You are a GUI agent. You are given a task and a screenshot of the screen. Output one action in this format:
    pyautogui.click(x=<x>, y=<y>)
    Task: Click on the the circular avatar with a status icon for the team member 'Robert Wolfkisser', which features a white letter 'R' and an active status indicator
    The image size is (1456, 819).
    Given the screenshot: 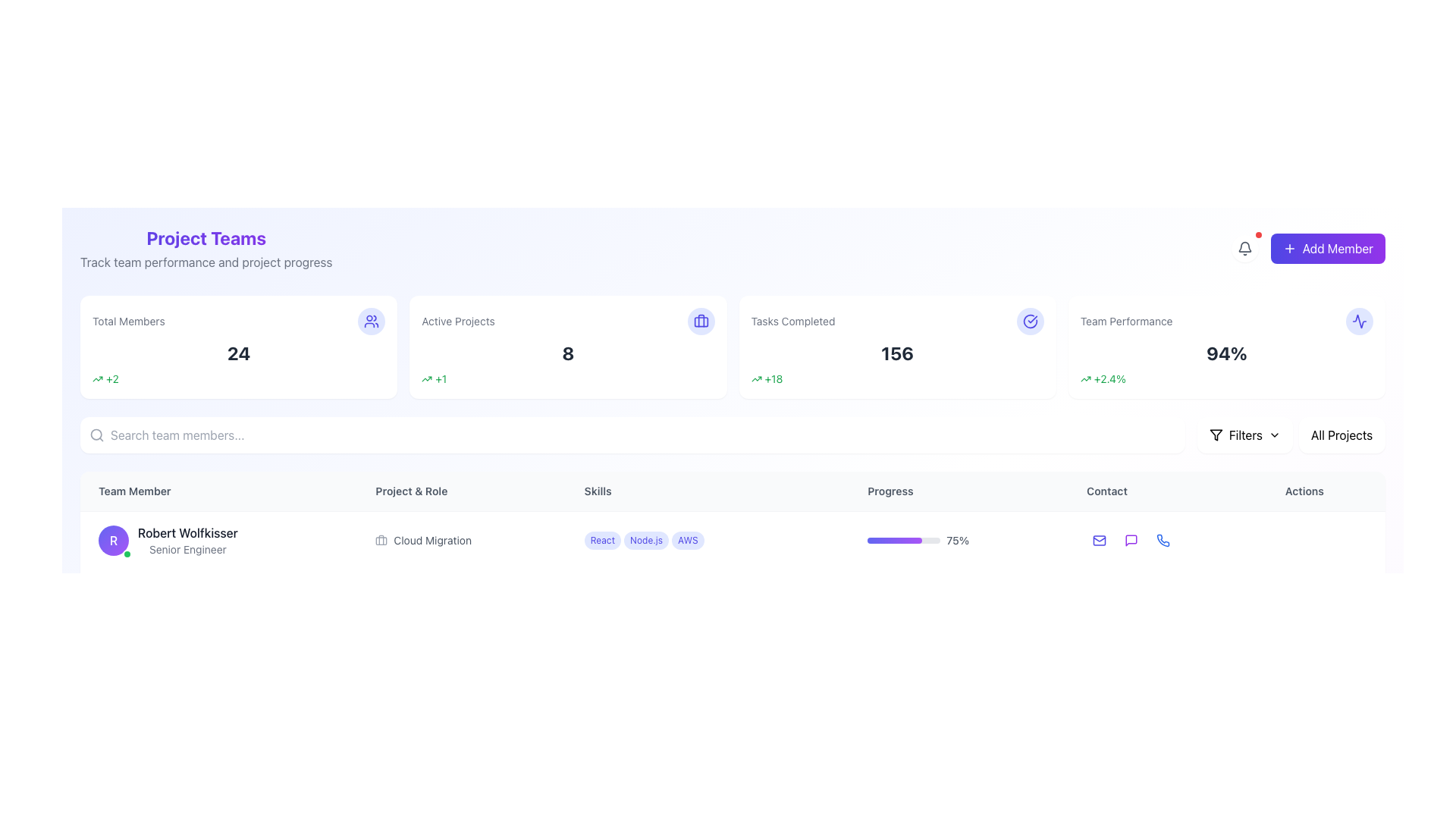 What is the action you would take?
    pyautogui.click(x=112, y=540)
    